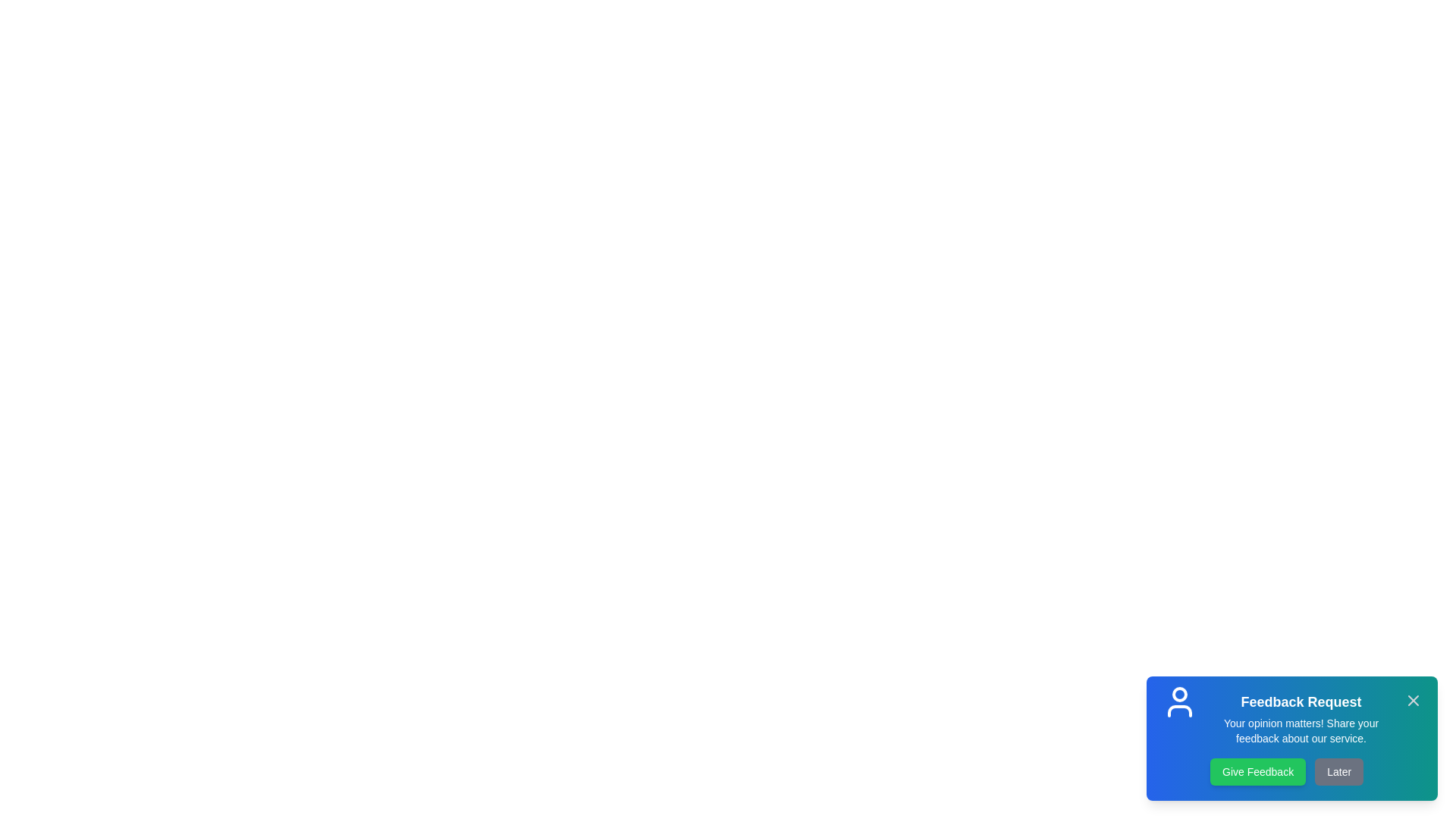 The height and width of the screenshot is (819, 1456). Describe the element at coordinates (1339, 772) in the screenshot. I see `the 'Later' button to dismiss the feedback snackbar` at that location.